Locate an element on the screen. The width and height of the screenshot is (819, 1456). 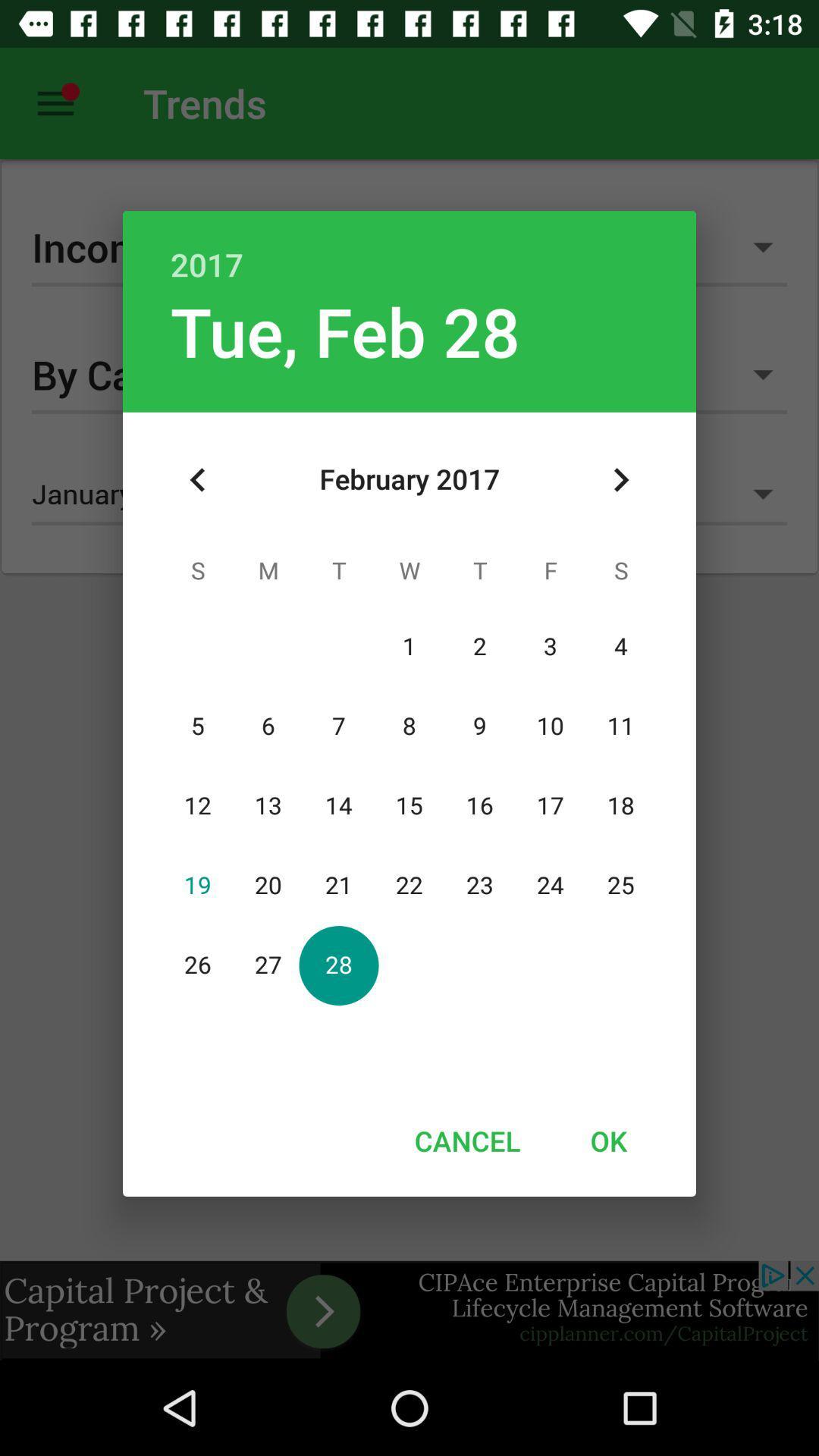
ok icon is located at coordinates (607, 1141).